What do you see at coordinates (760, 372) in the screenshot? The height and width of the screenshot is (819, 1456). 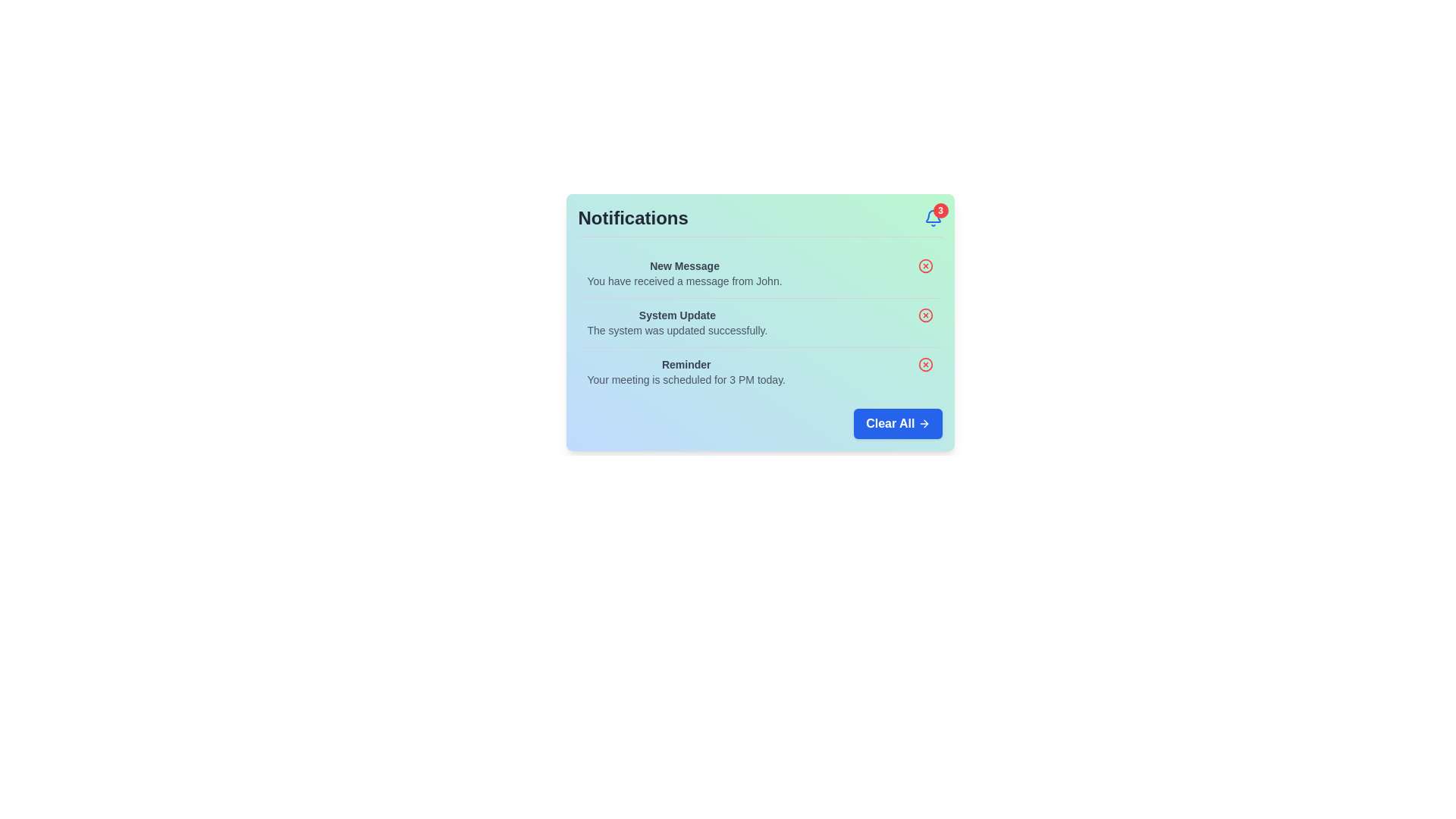 I see `the Notification card displaying 'Reminder' with the message 'Your meeting is scheduled for 3 PM today', which is the third entry in the notification list` at bounding box center [760, 372].